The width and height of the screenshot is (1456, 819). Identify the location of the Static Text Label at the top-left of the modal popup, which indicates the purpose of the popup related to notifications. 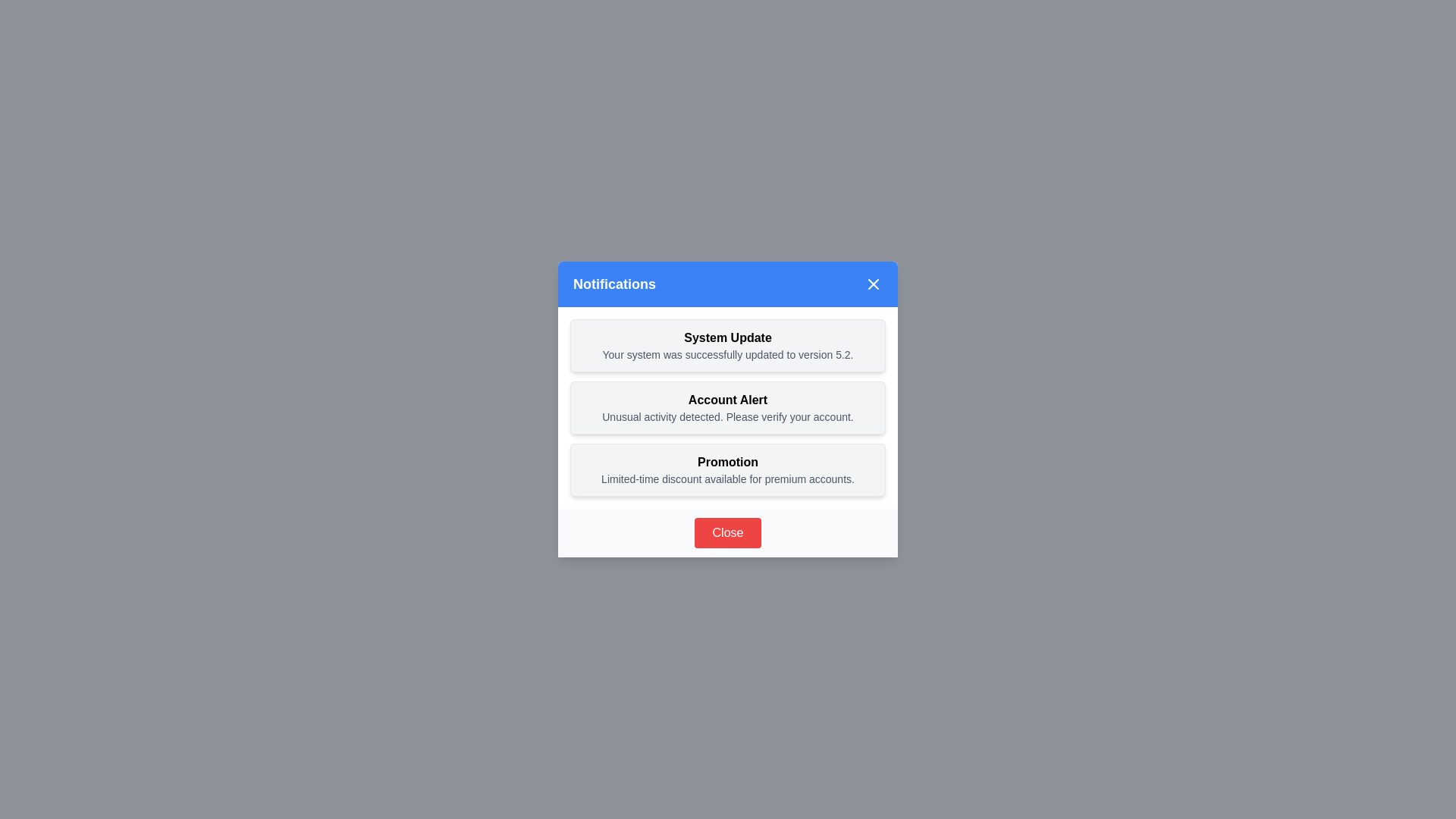
(614, 284).